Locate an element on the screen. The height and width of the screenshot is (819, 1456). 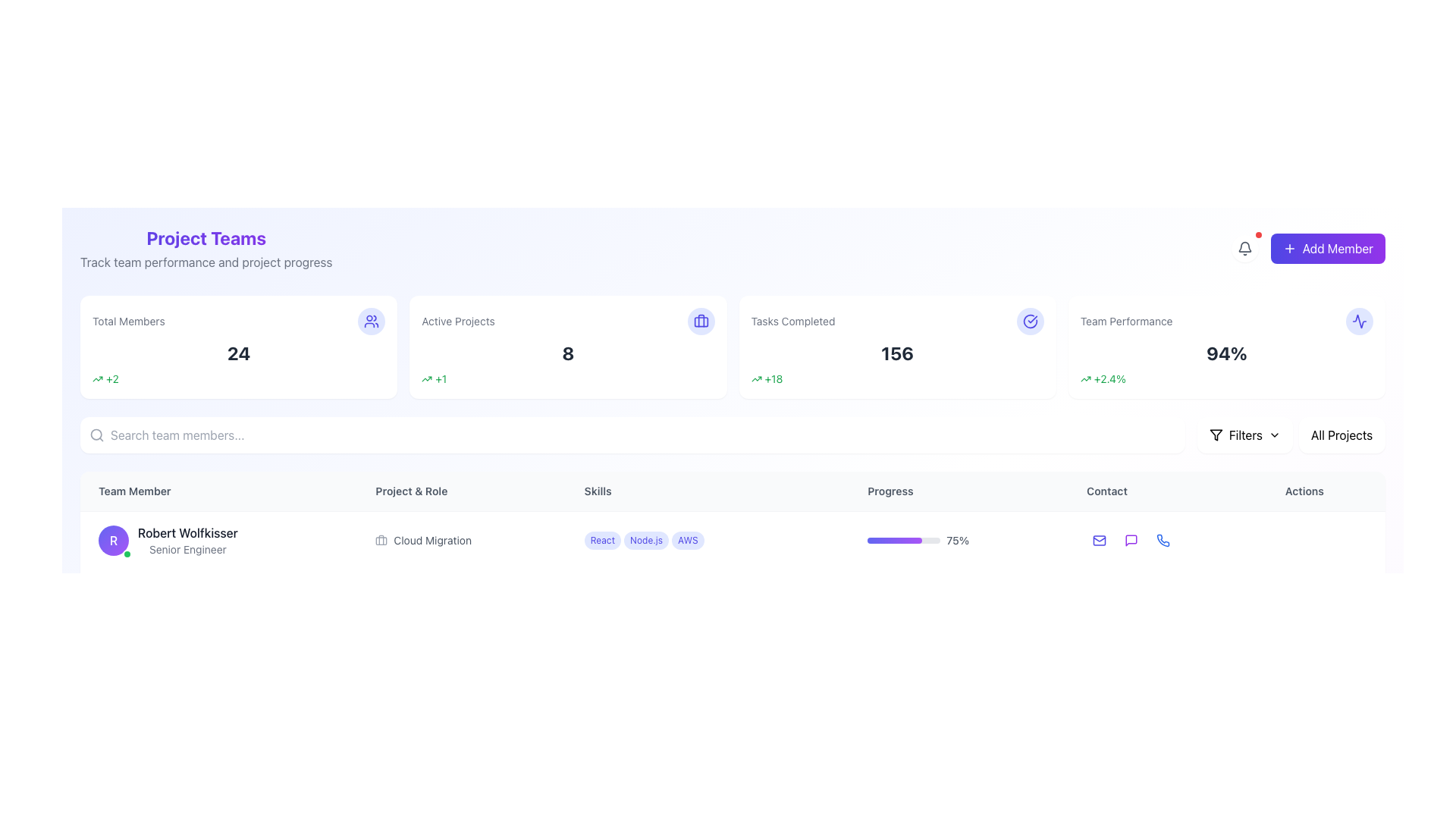
the bell icon located near the top-right corner of the interface is located at coordinates (1244, 247).